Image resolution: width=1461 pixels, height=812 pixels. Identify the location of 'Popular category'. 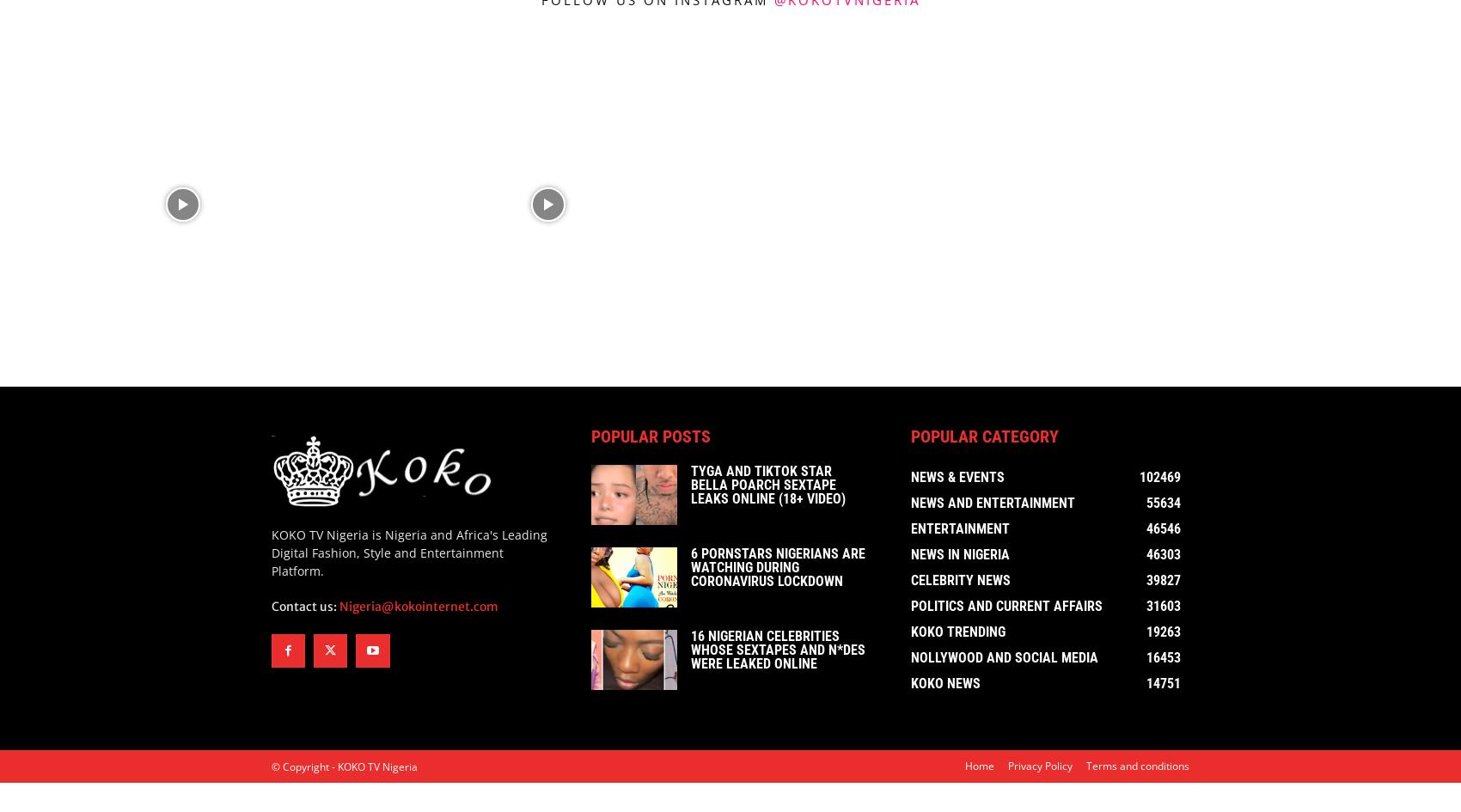
(984, 439).